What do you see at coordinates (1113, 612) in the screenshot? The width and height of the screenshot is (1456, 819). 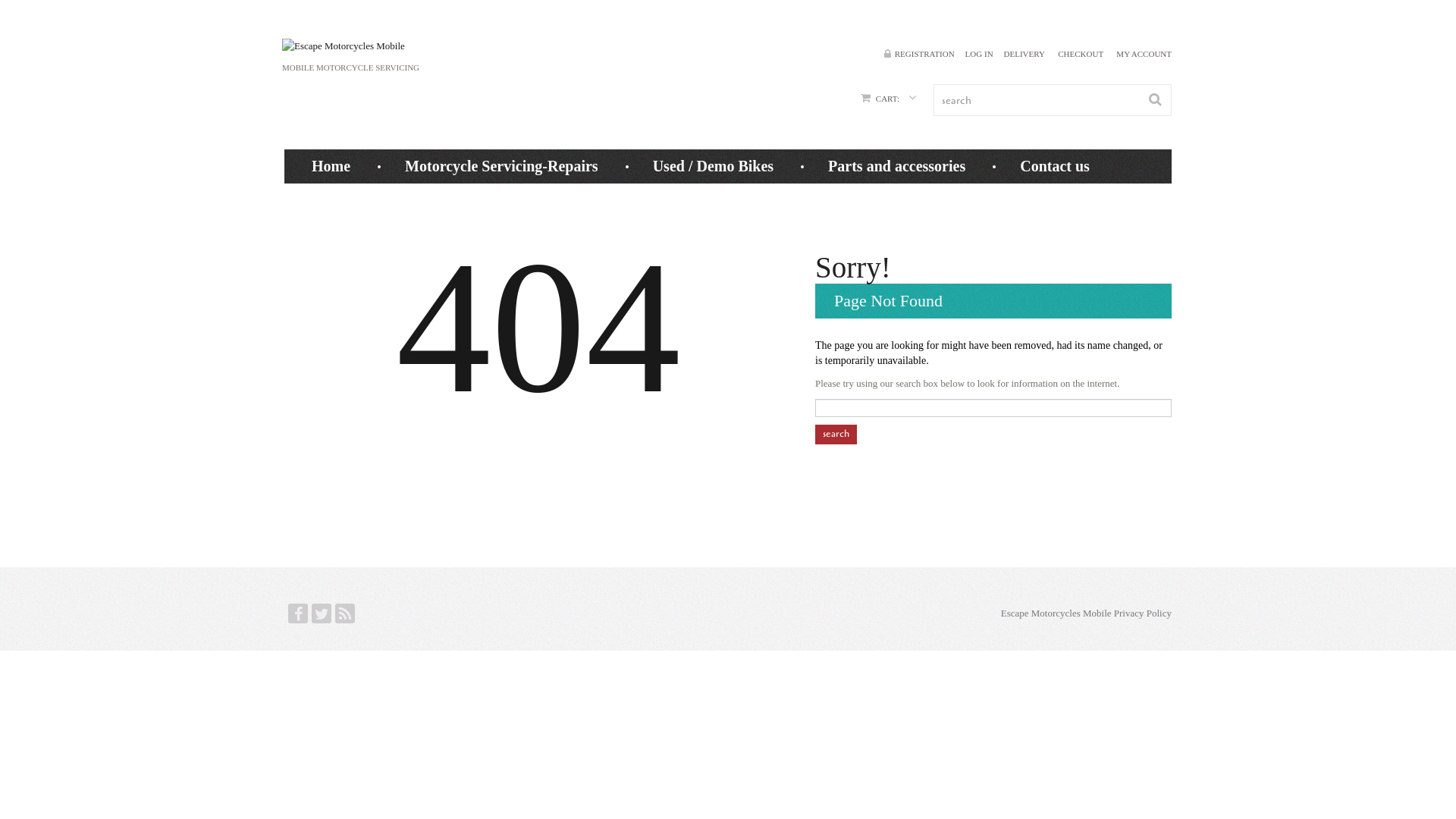 I see `'Privacy Policy'` at bounding box center [1113, 612].